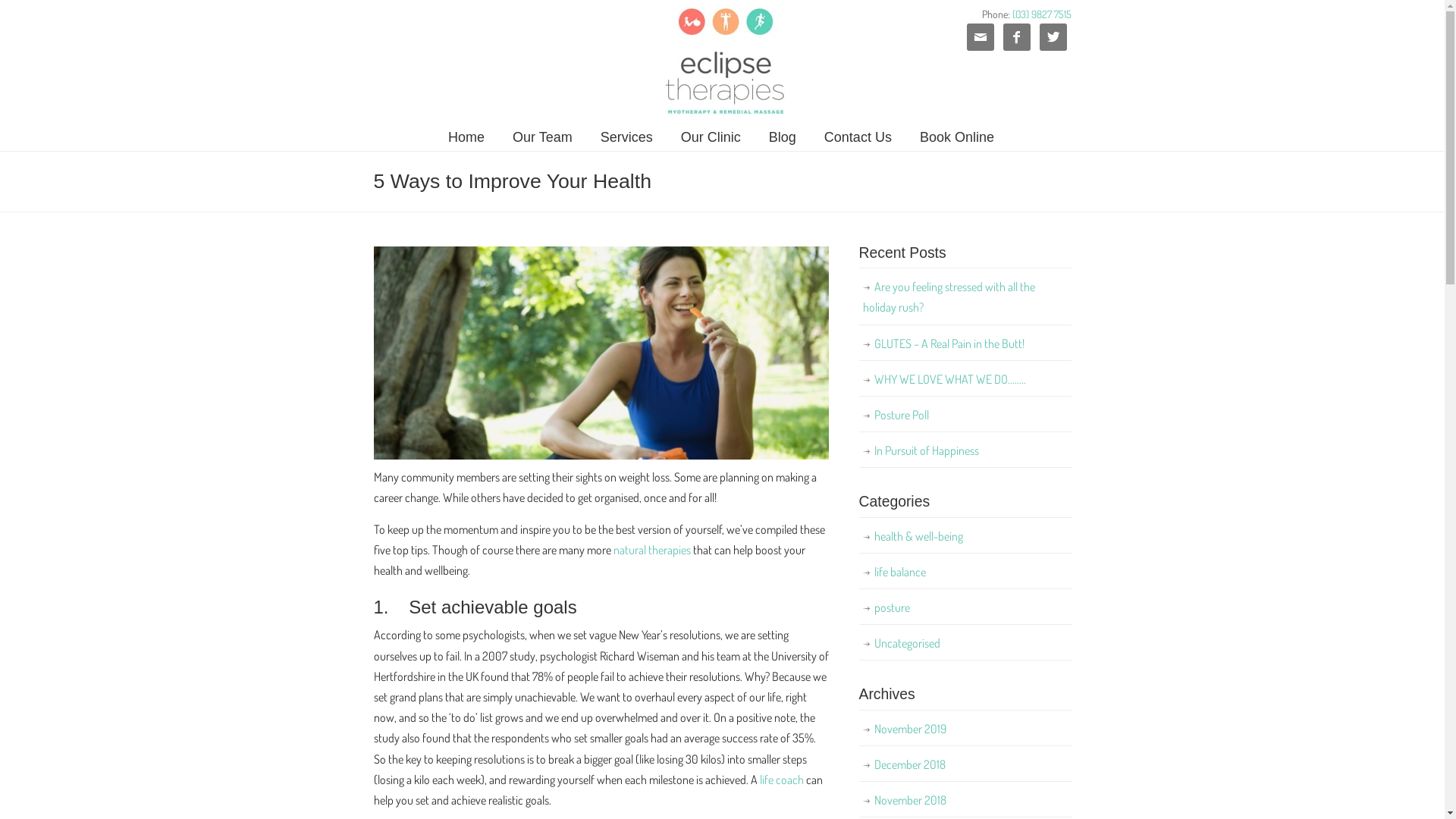 This screenshot has height=819, width=1456. I want to click on 'life coach', so click(760, 780).